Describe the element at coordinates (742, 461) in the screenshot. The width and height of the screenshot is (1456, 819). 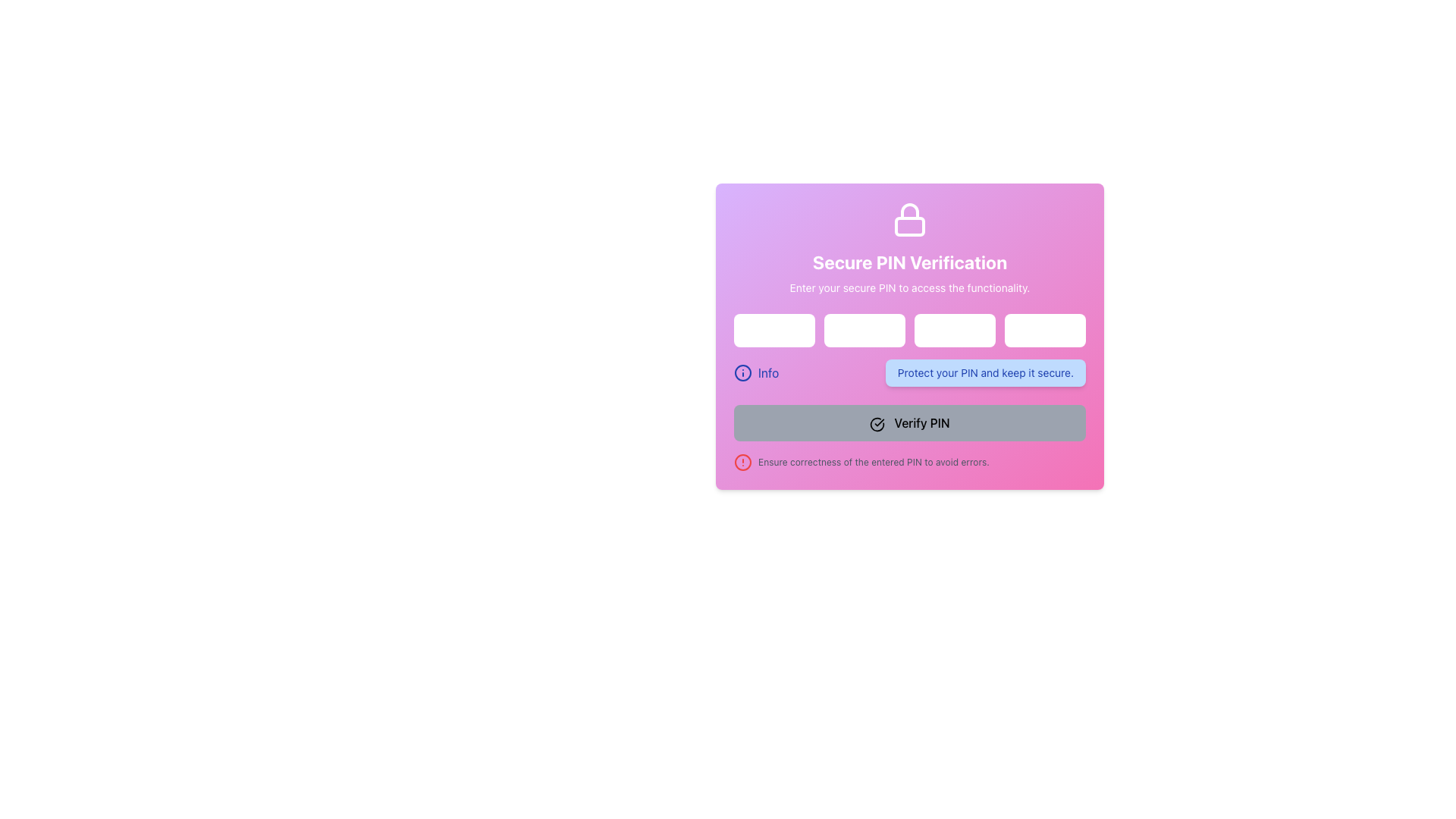
I see `SVG Circle element that serves as part of the alert icon indicating a warning or error related to the entered PIN, located at the bottom-left of the form near the 'Ensure correctness' warning message` at that location.